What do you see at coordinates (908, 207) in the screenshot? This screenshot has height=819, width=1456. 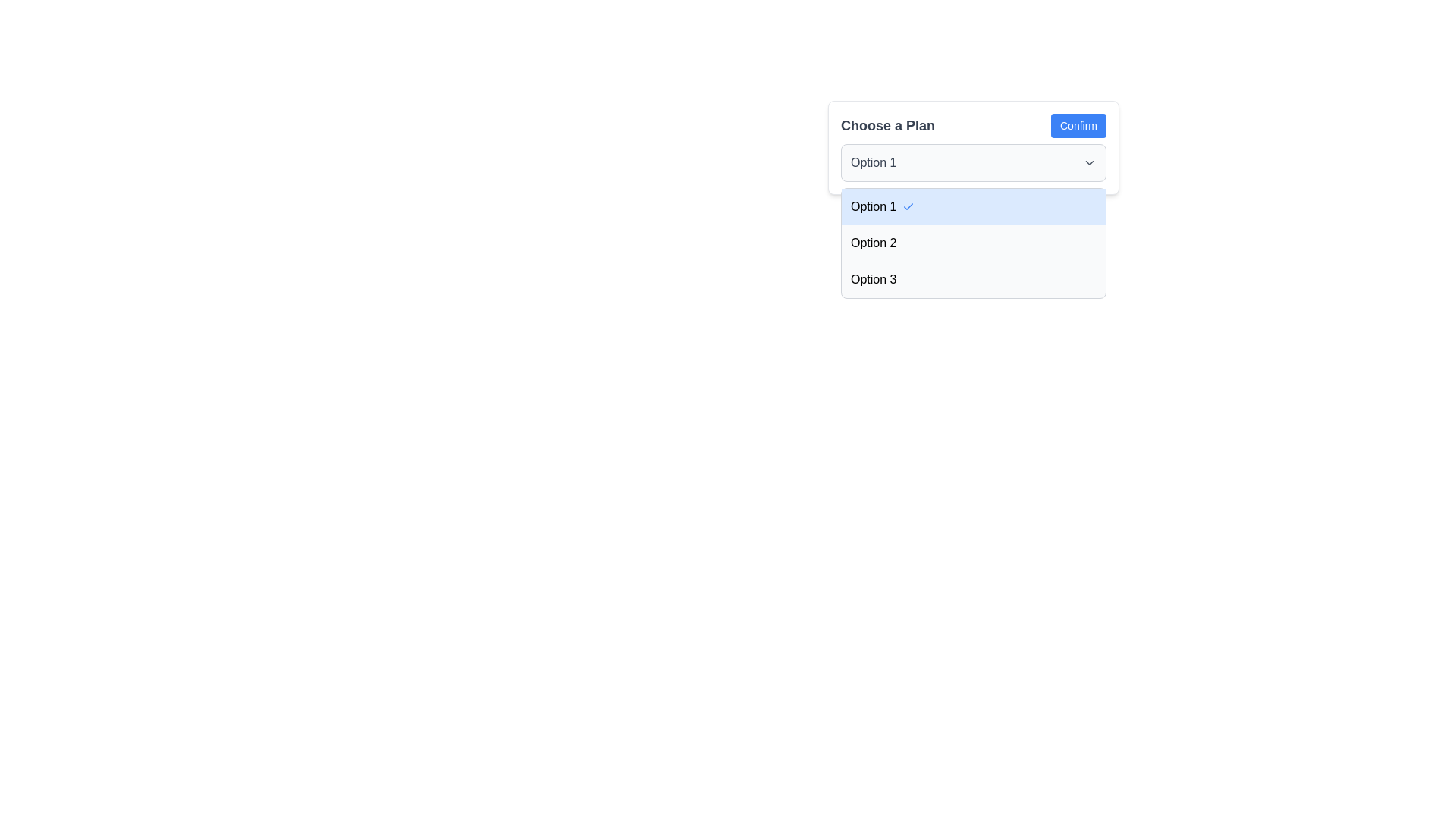 I see `the checkmark icon located to the right of 'Option 1' in the dropdown menu titled 'Choose a Plan'` at bounding box center [908, 207].